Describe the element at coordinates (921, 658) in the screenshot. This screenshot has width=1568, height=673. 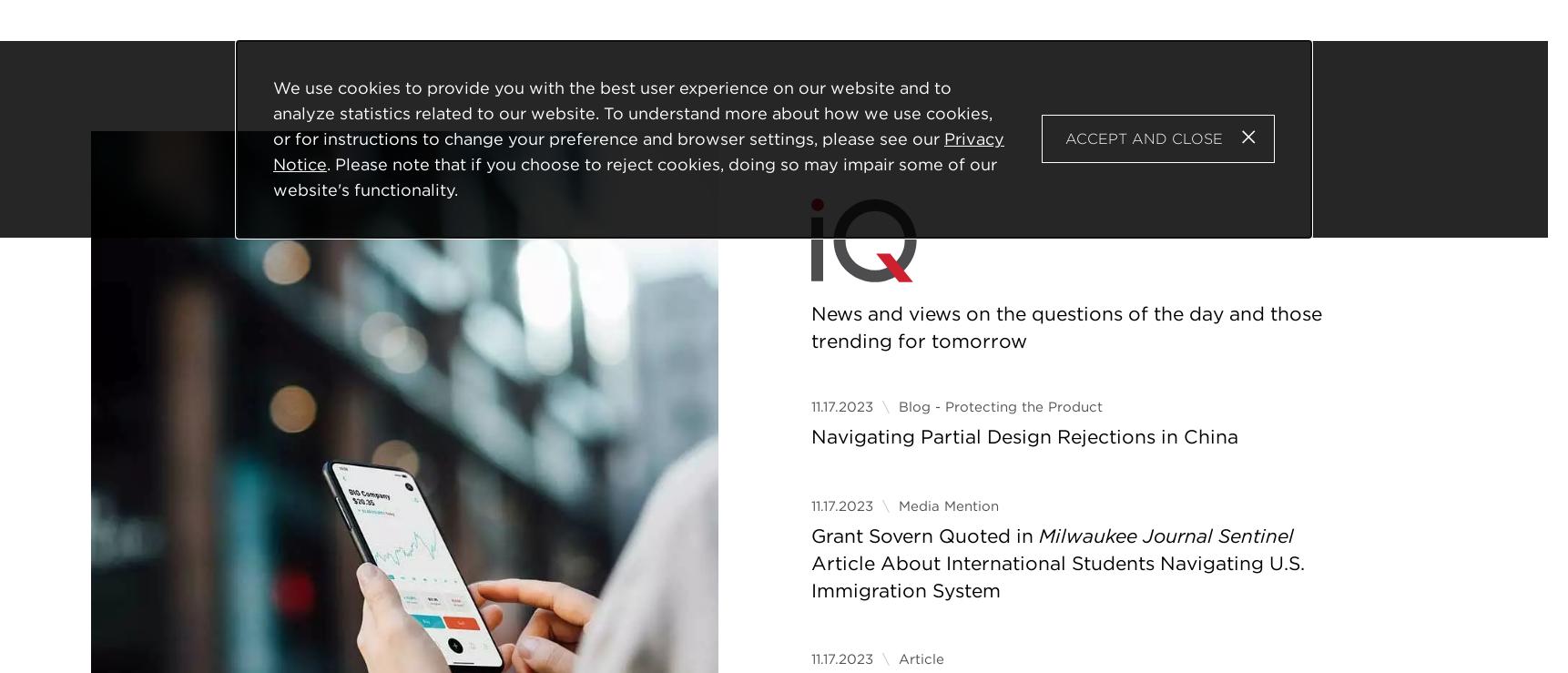
I see `'Article'` at that location.